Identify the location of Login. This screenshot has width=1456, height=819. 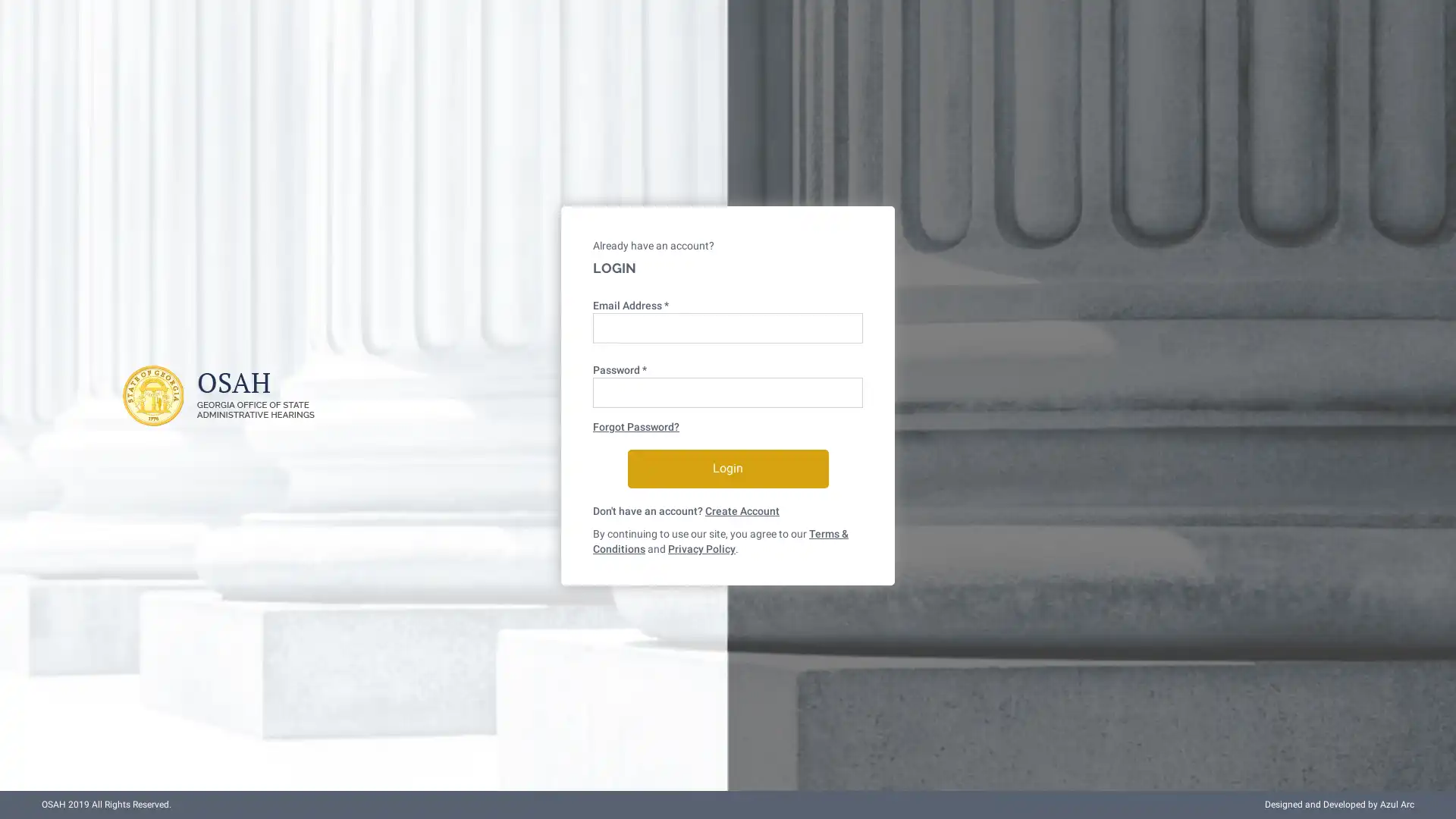
(726, 468).